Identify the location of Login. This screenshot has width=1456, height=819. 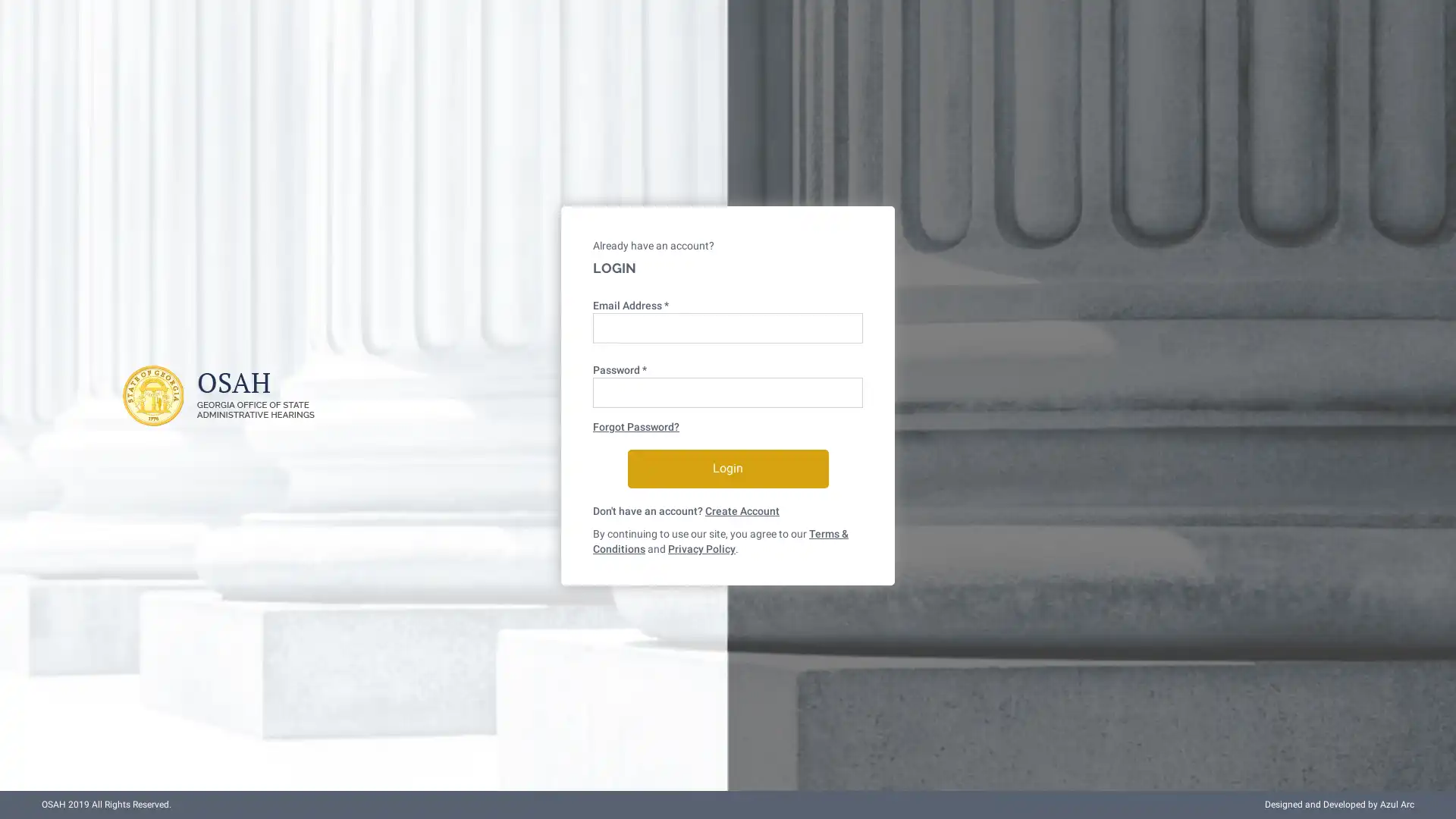
(726, 468).